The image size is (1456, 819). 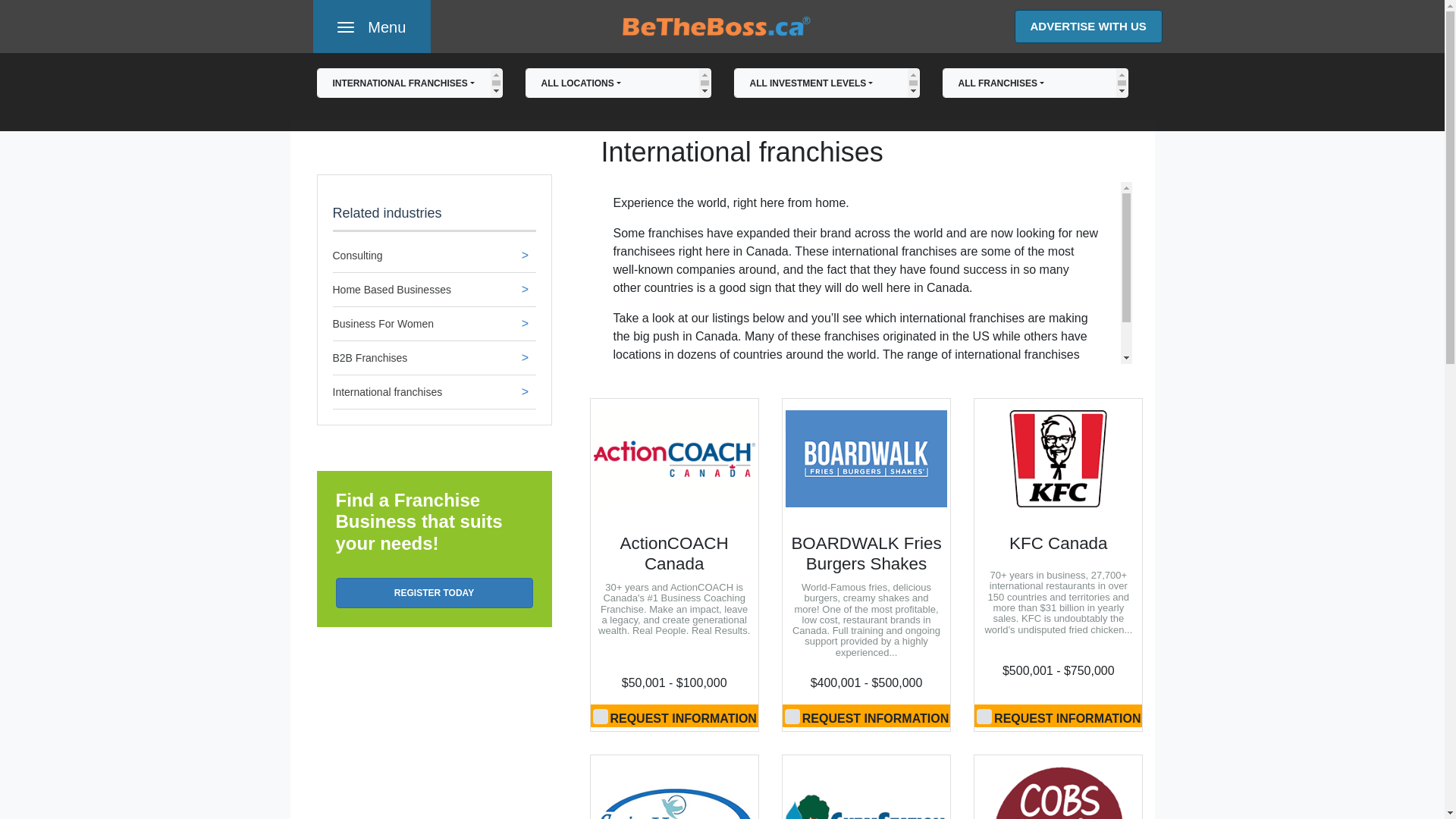 What do you see at coordinates (432, 293) in the screenshot?
I see `'Home Based Businesses` at bounding box center [432, 293].